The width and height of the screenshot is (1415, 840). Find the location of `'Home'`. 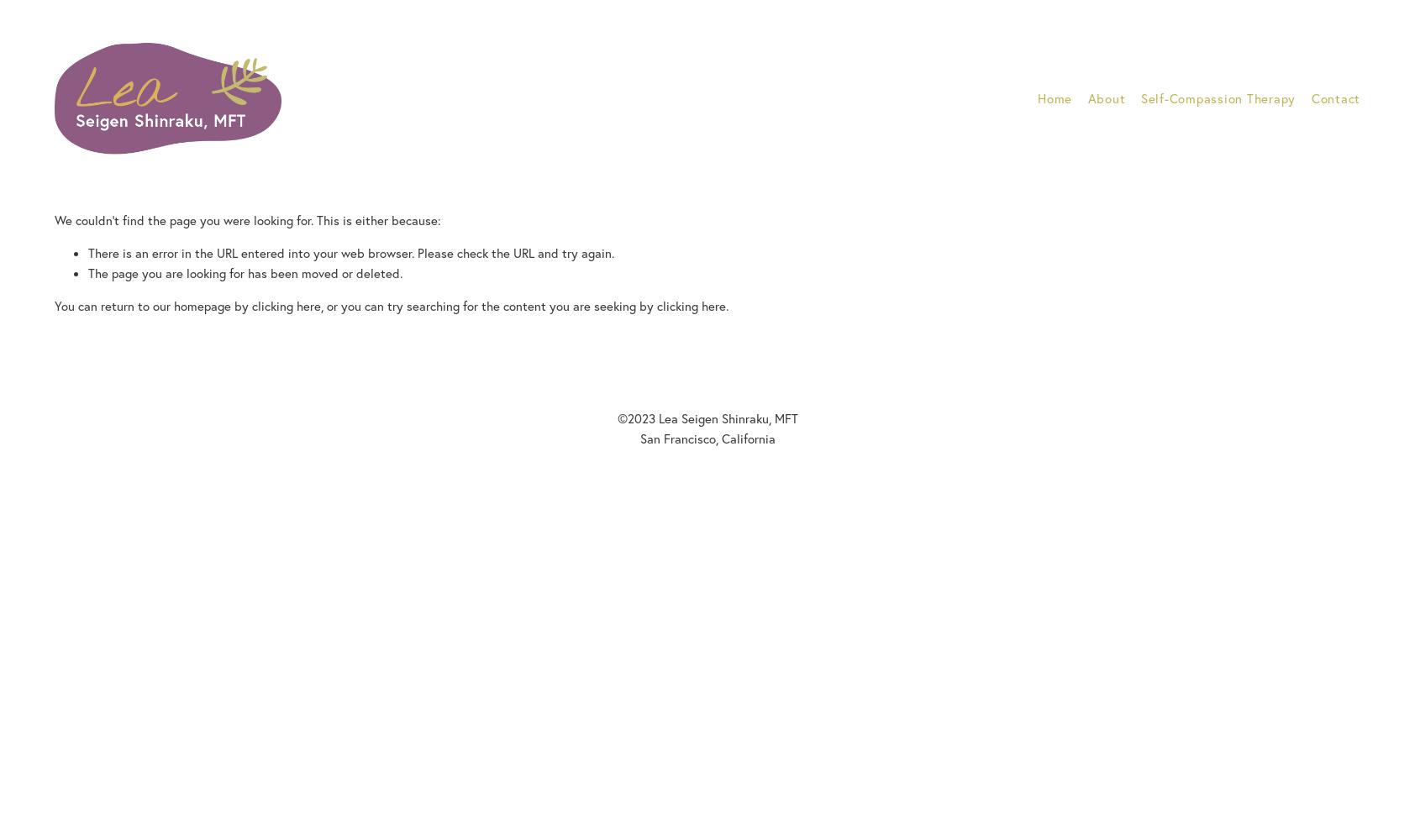

'Home' is located at coordinates (1038, 97).